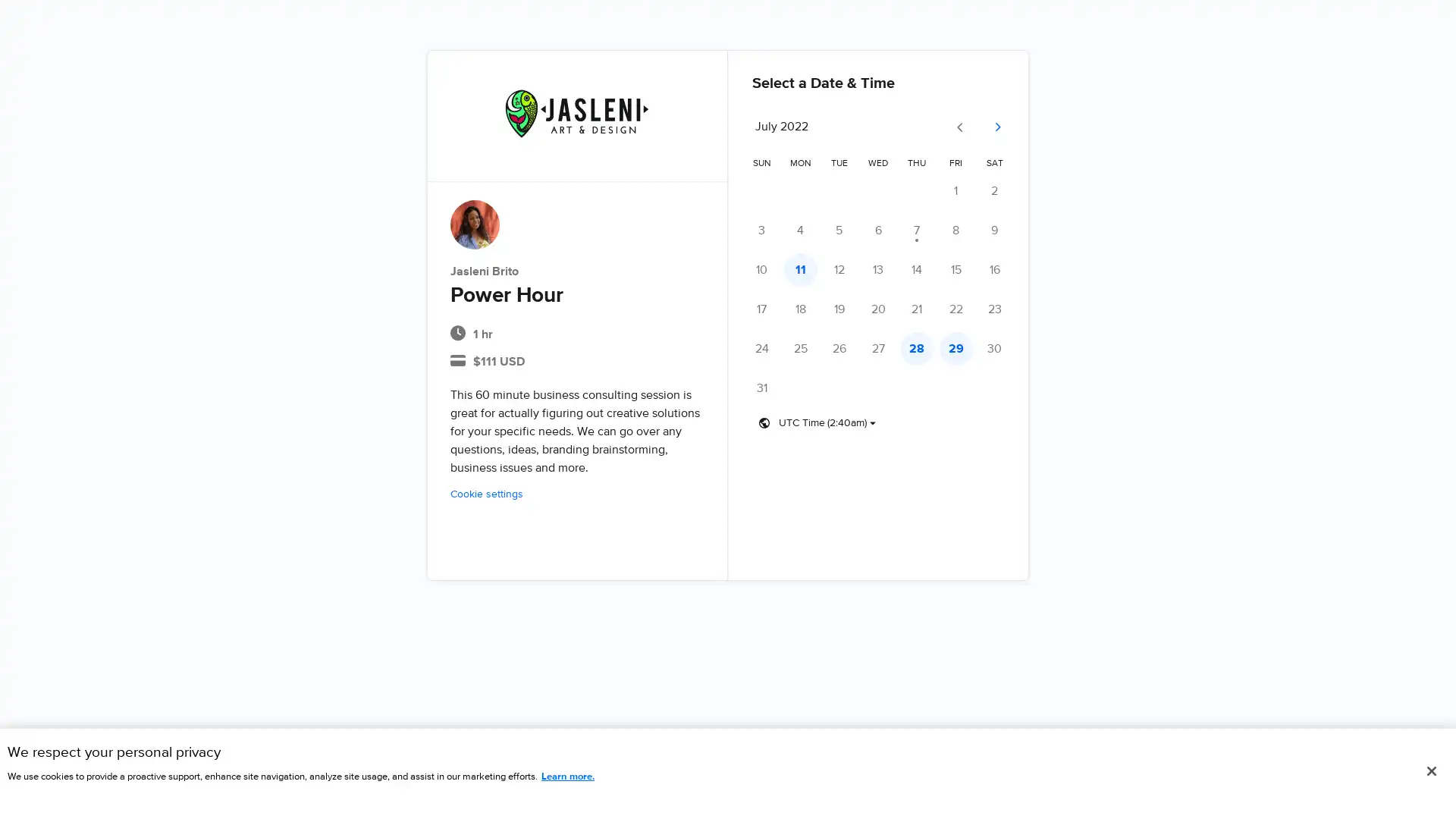 This screenshot has height=819, width=1456. Describe the element at coordinates (996, 231) in the screenshot. I see `Saturday, July 9 - No times available` at that location.